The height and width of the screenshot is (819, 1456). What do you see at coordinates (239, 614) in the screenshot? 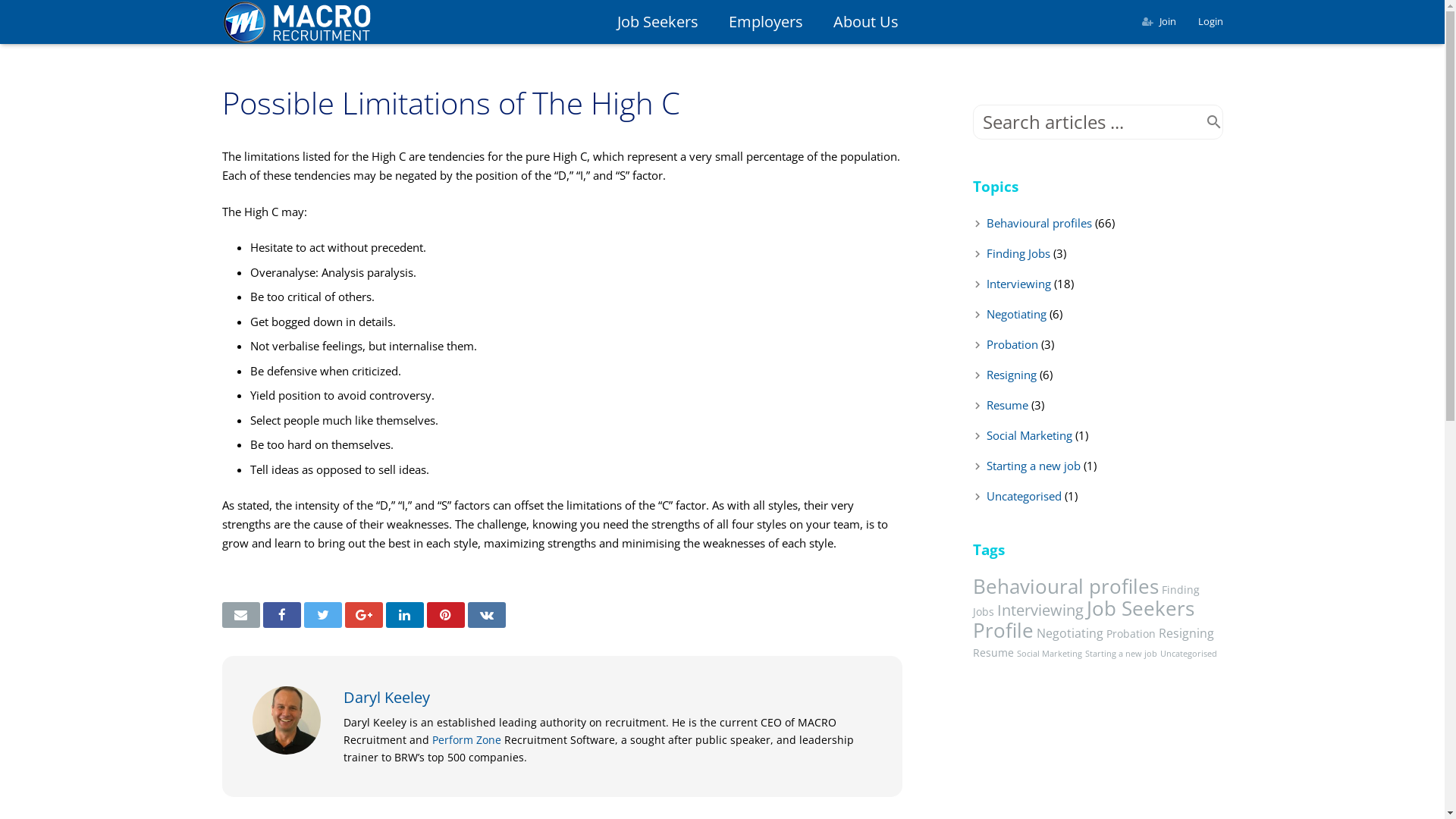
I see `'Email this'` at bounding box center [239, 614].